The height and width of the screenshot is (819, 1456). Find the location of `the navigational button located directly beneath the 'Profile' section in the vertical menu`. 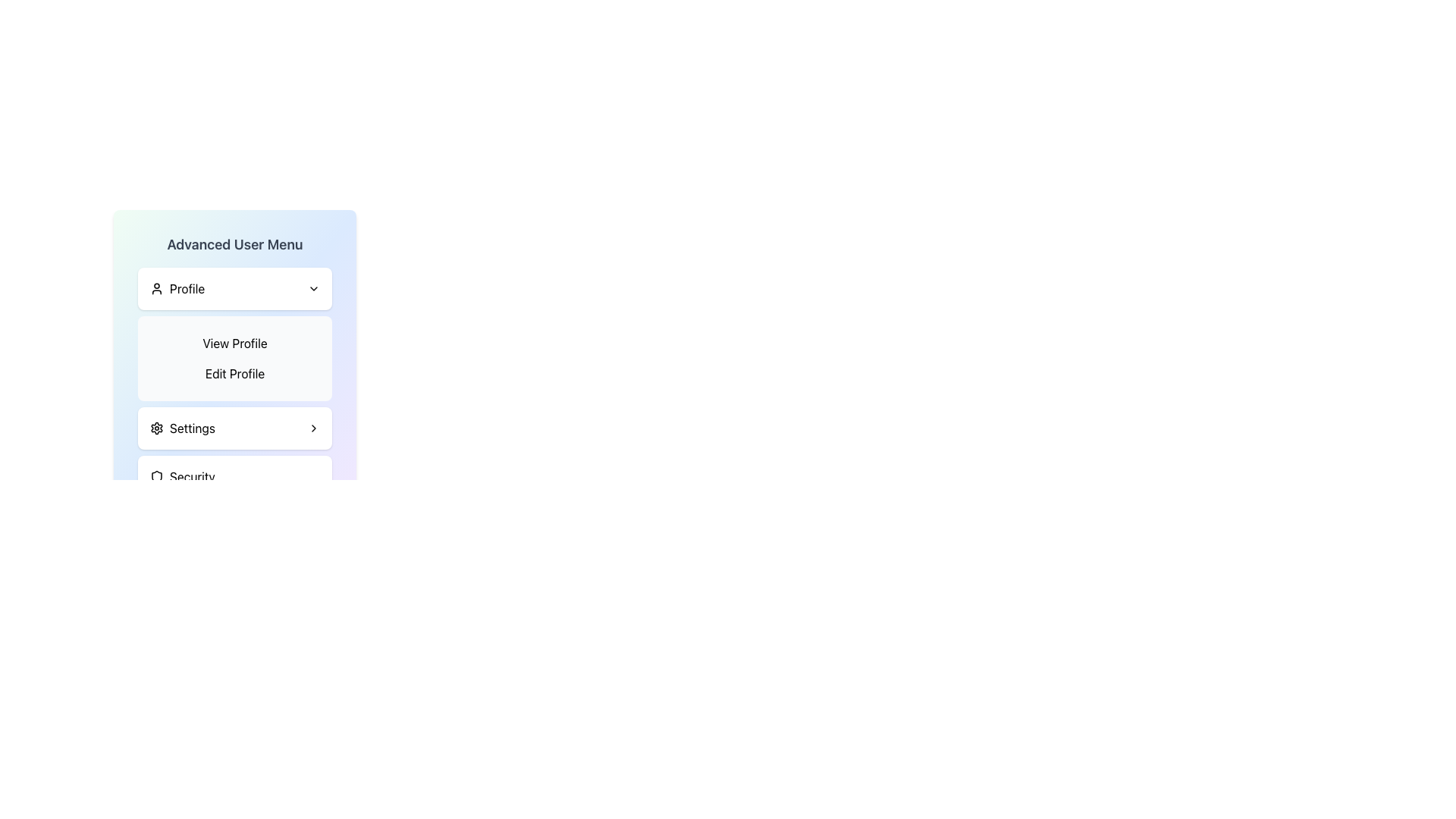

the navigational button located directly beneath the 'Profile' section in the vertical menu is located at coordinates (234, 343).